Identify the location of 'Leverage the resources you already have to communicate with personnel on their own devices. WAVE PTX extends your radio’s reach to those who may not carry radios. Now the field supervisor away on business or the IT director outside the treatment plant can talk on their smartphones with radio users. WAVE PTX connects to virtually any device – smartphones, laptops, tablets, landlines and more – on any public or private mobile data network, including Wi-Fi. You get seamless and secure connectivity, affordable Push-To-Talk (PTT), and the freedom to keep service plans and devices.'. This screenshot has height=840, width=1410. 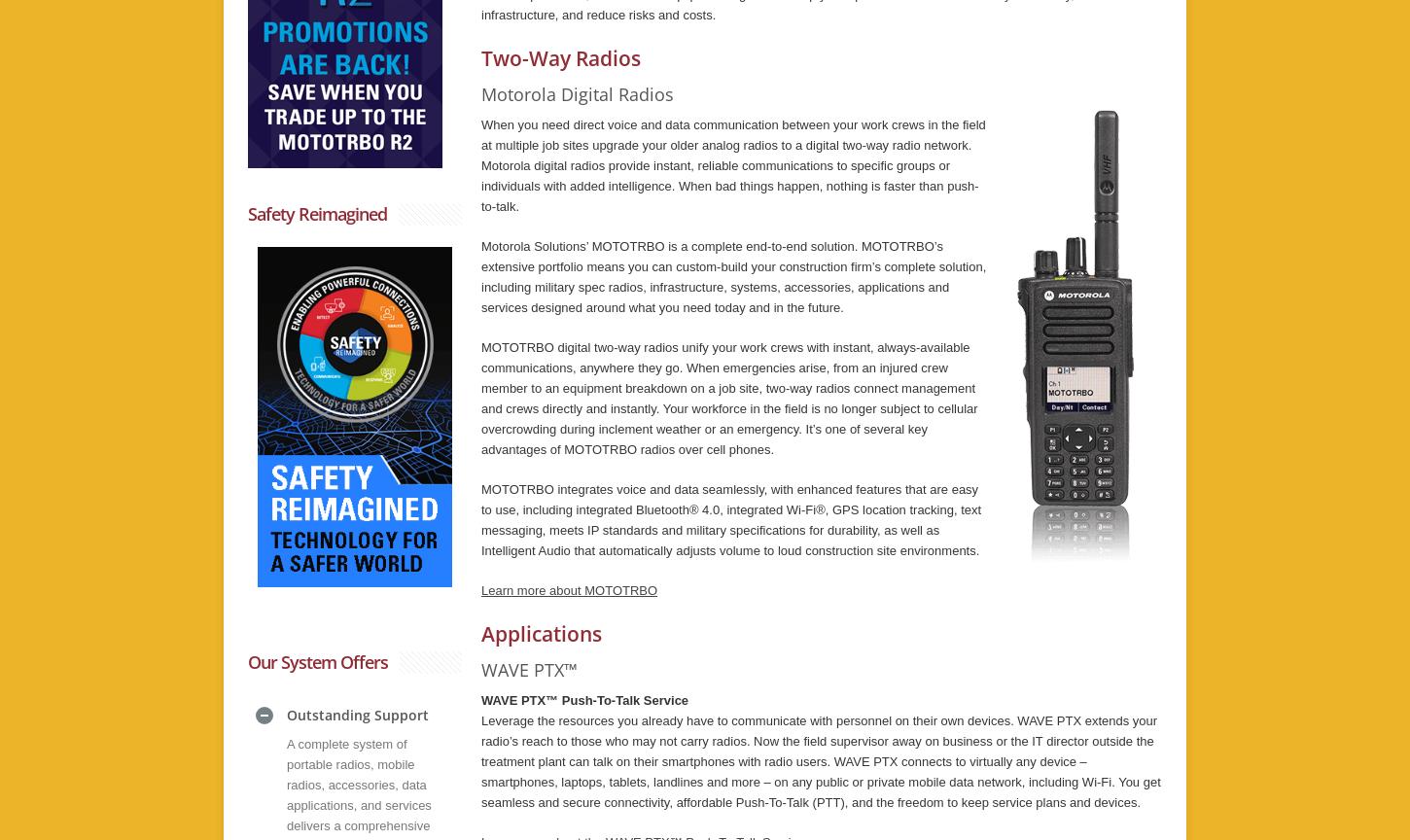
(821, 760).